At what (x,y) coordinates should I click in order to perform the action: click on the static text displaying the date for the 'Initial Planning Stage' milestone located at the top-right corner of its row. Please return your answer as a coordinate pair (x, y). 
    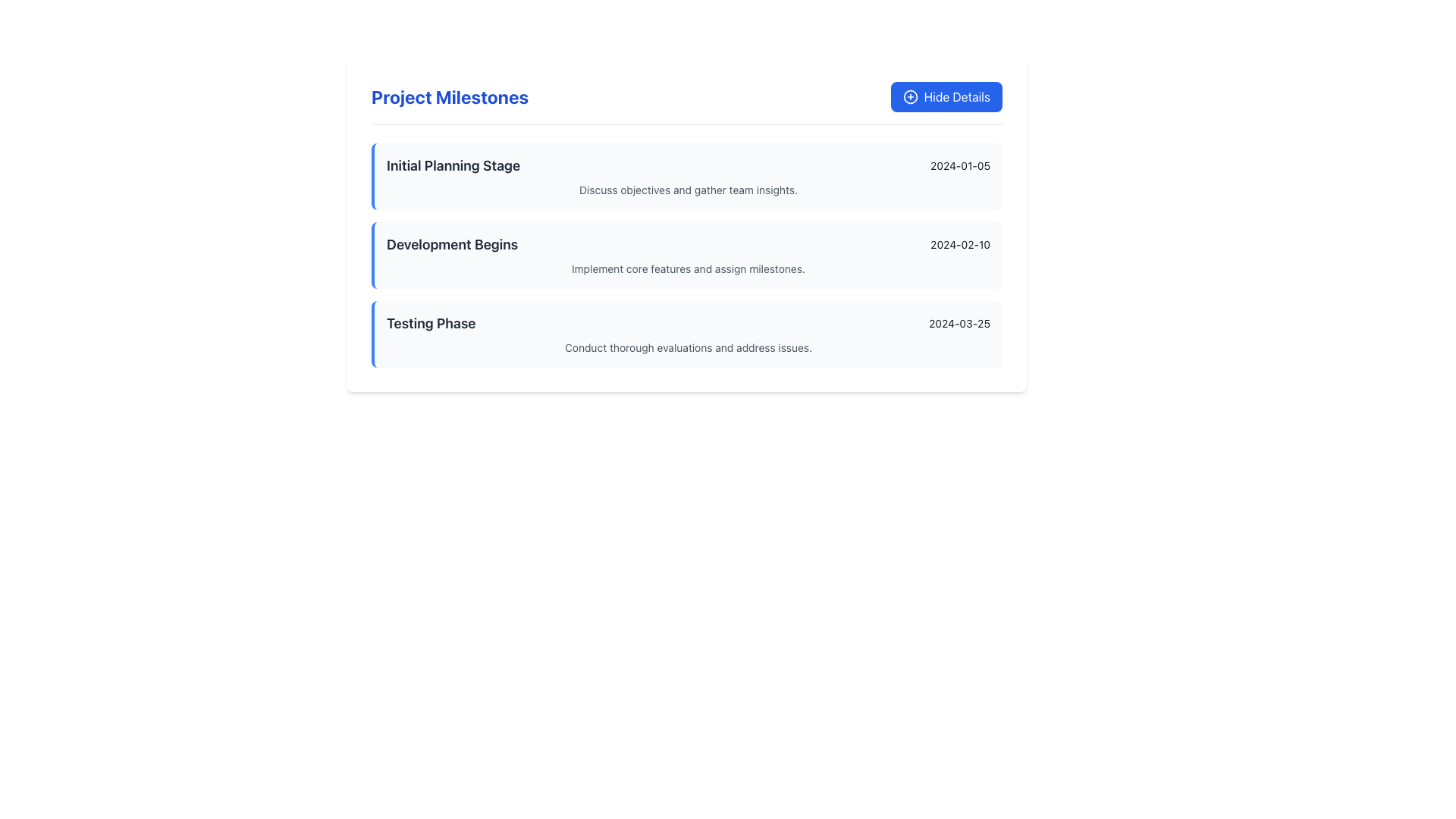
    Looking at the image, I should click on (959, 166).